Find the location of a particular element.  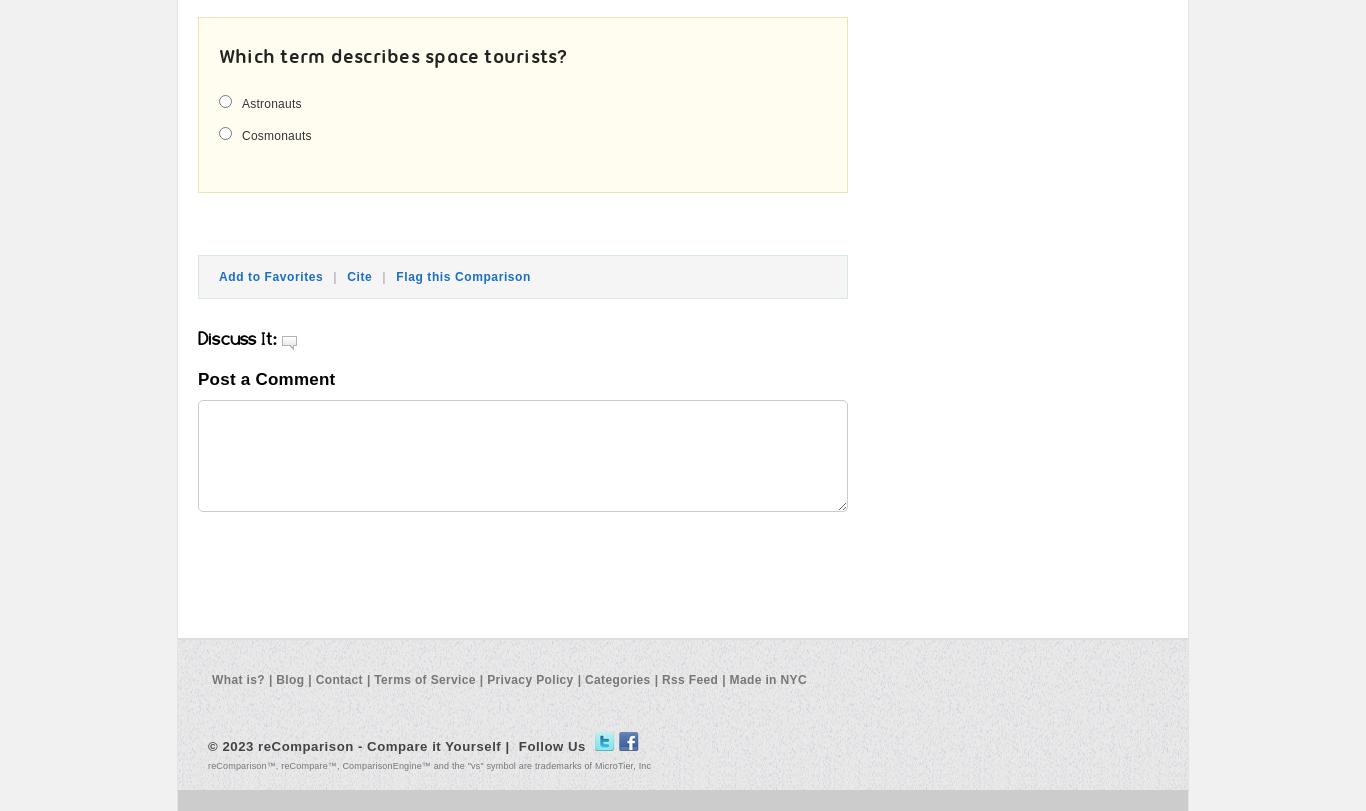

'Categories' is located at coordinates (616, 677).